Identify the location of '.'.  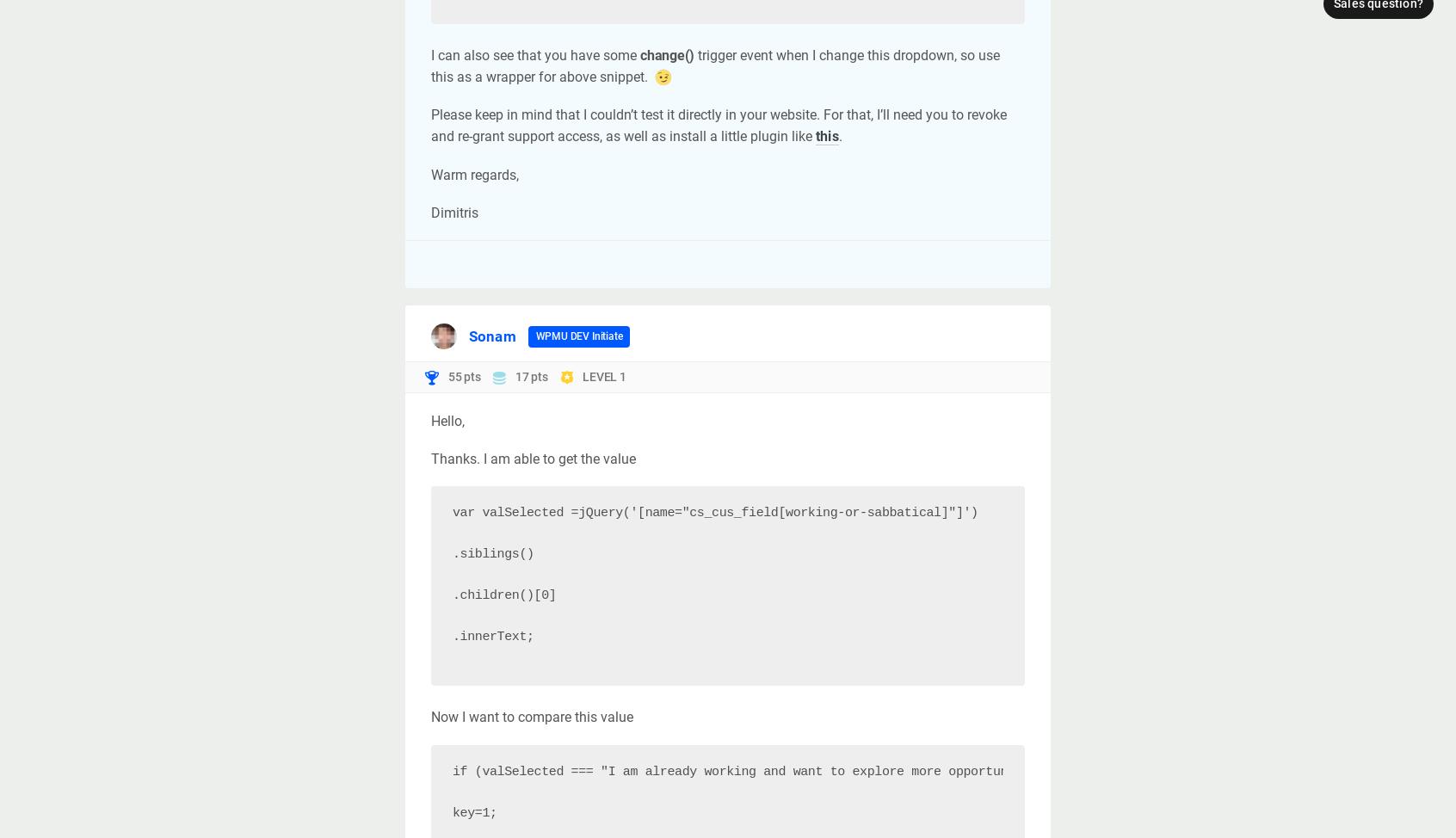
(839, 135).